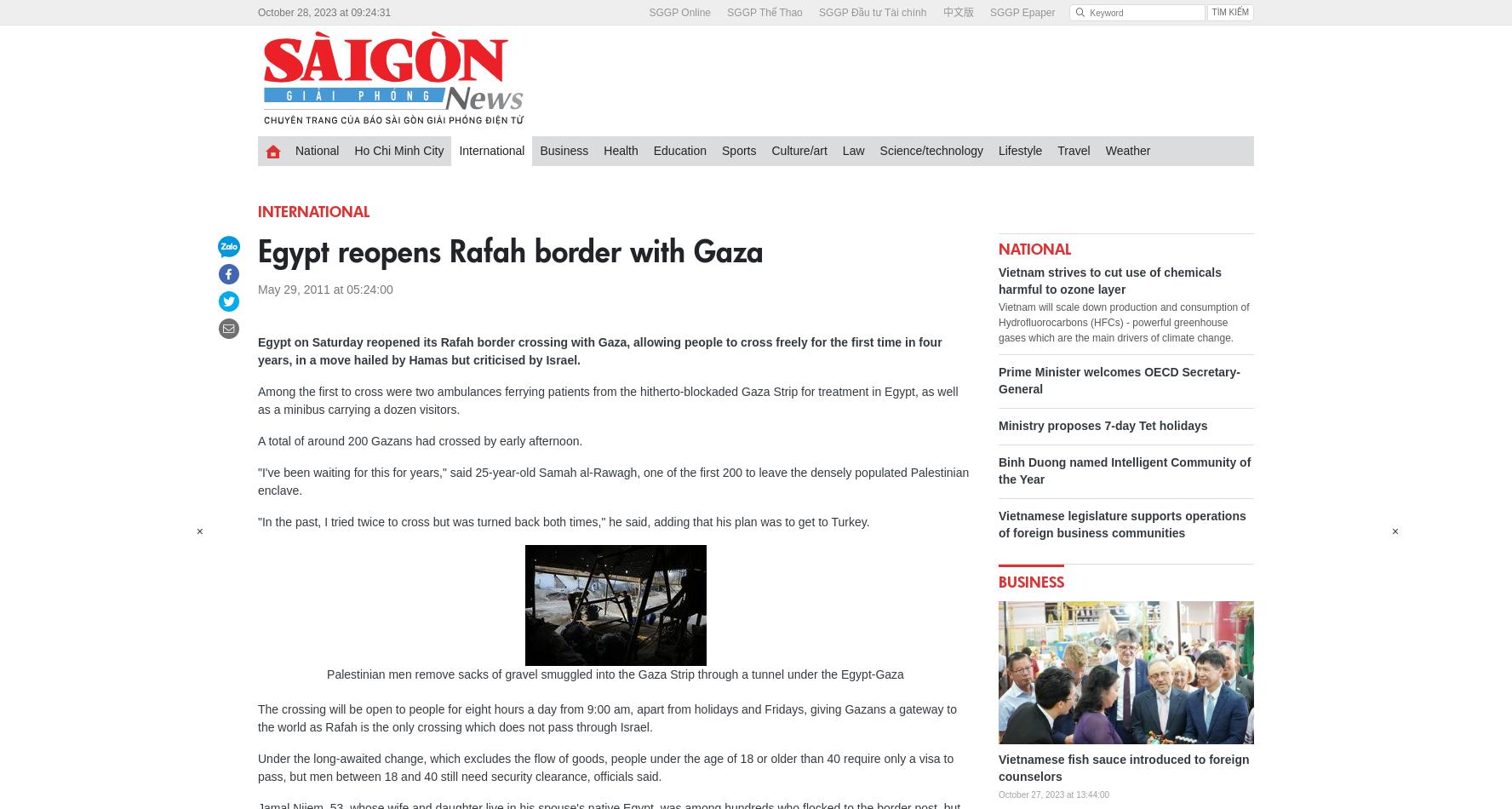 The image size is (1512, 809). Describe the element at coordinates (392, 215) in the screenshot. I see `'Banking-finance'` at that location.